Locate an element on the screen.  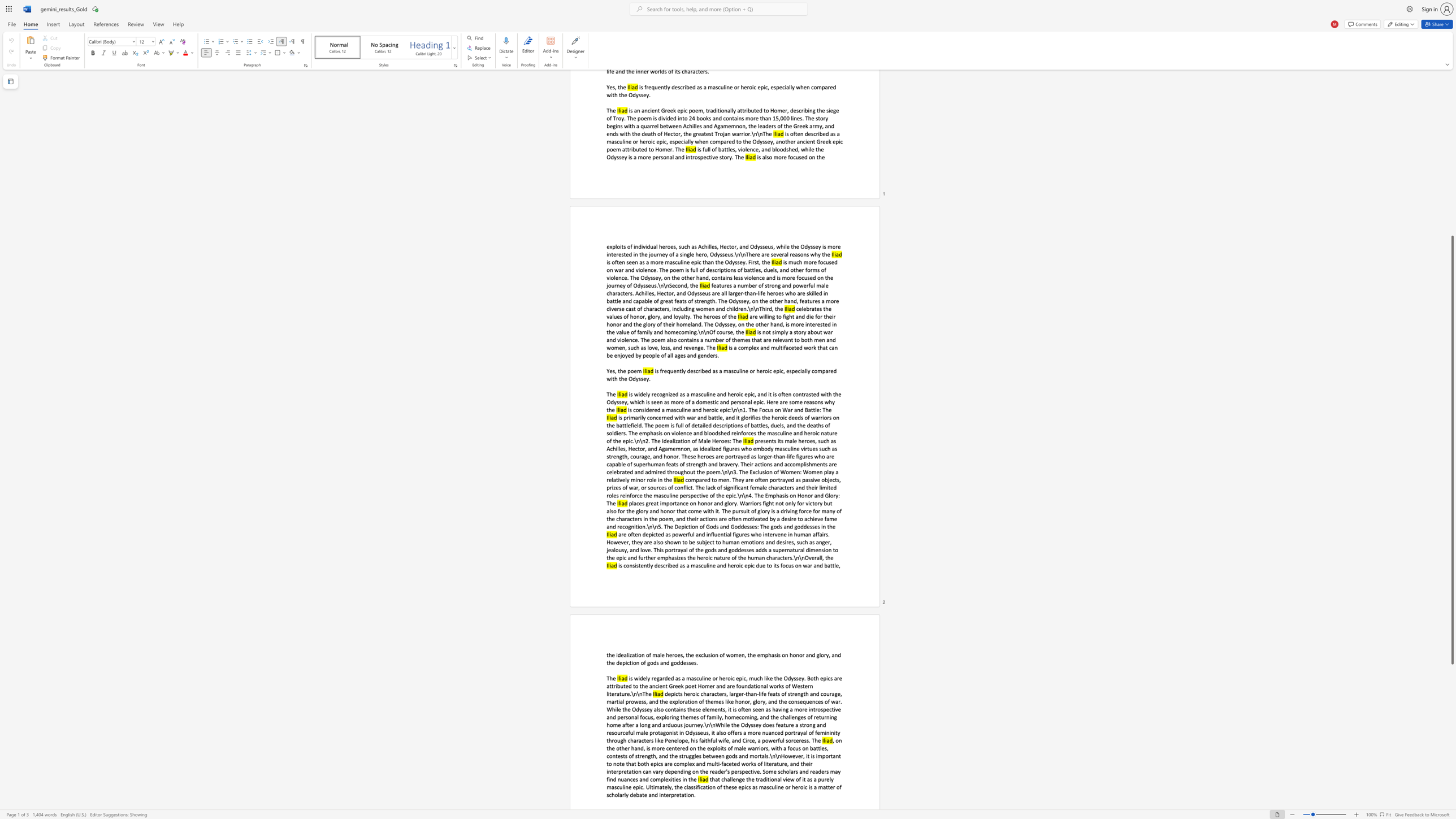
the scrollbar on the right to move the page upward is located at coordinates (1451, 155).